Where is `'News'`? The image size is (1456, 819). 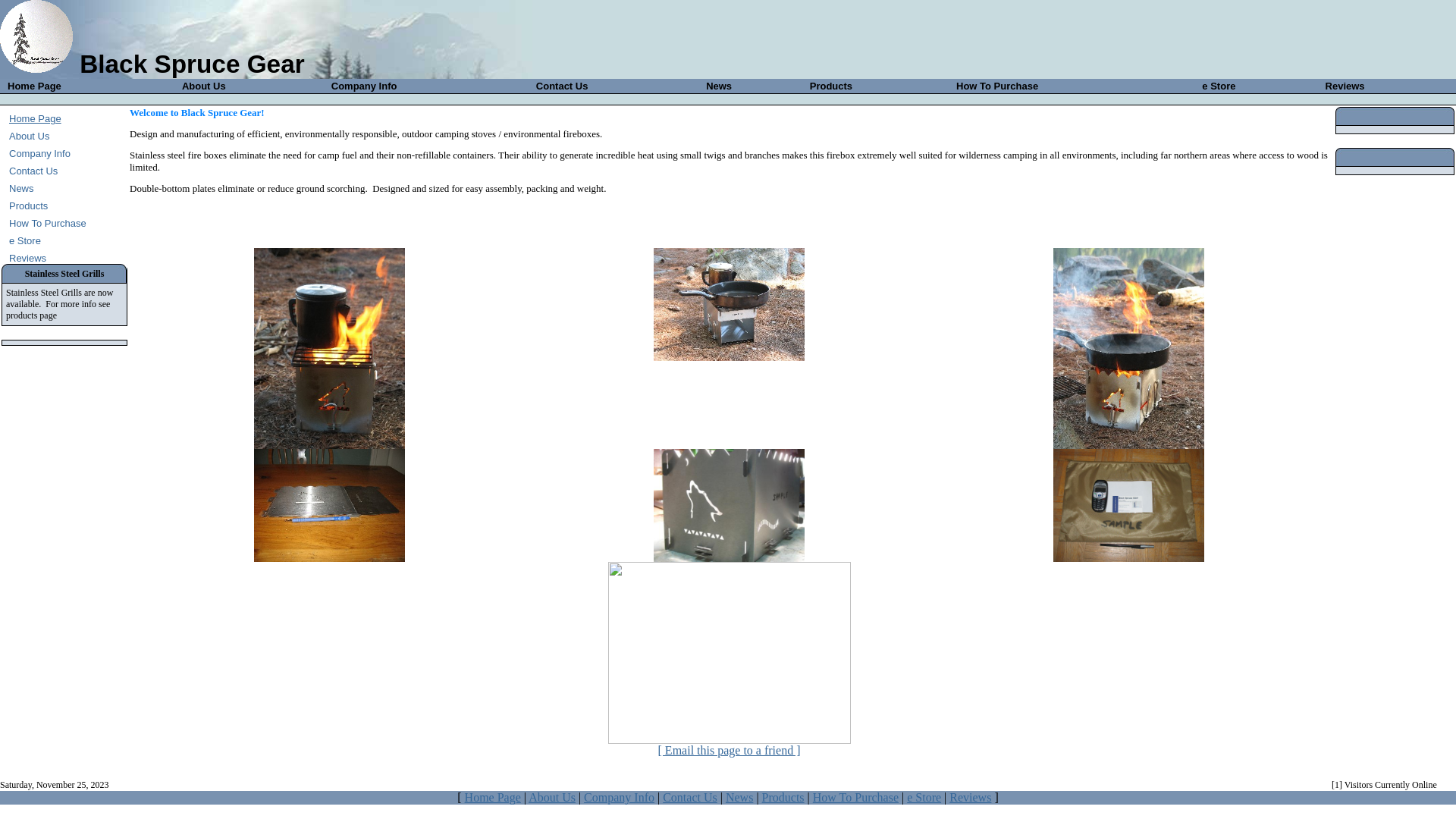 'News' is located at coordinates (718, 86).